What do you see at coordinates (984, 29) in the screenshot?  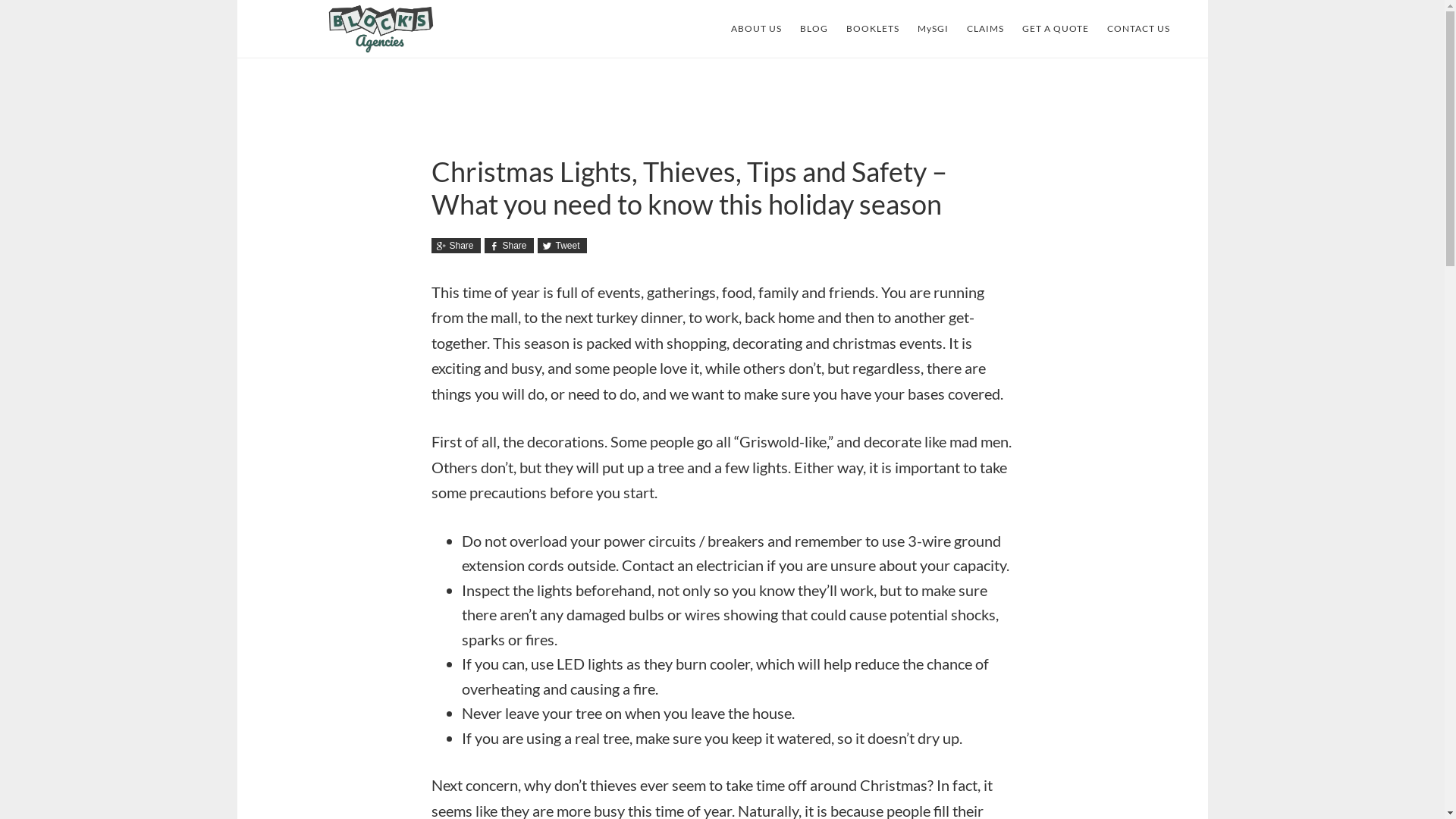 I see `'CLAIMS'` at bounding box center [984, 29].